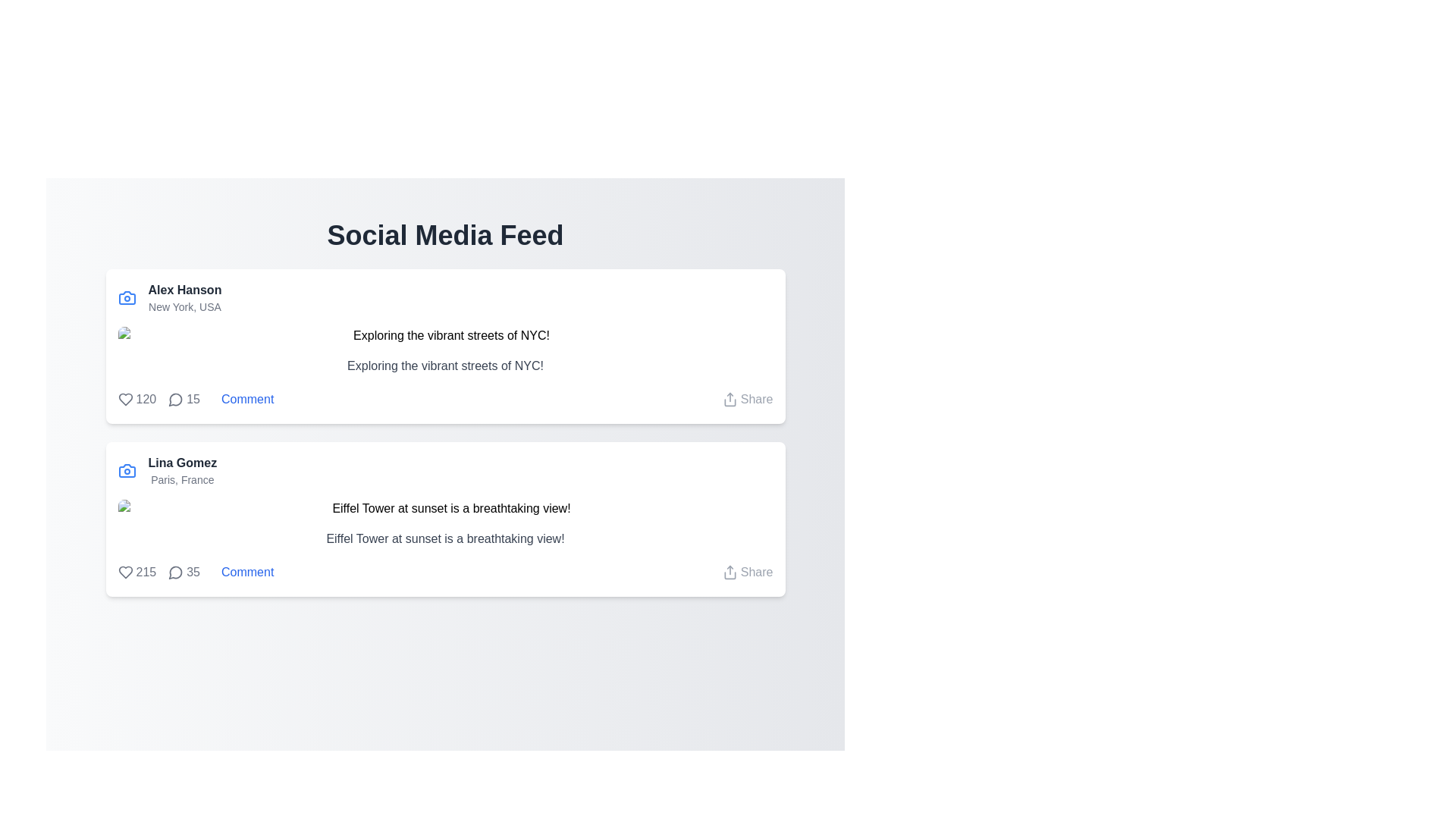 The width and height of the screenshot is (1456, 819). What do you see at coordinates (136, 573) in the screenshot?
I see `the heart icon displaying '215' likes located in the bottom left corner of the second post` at bounding box center [136, 573].